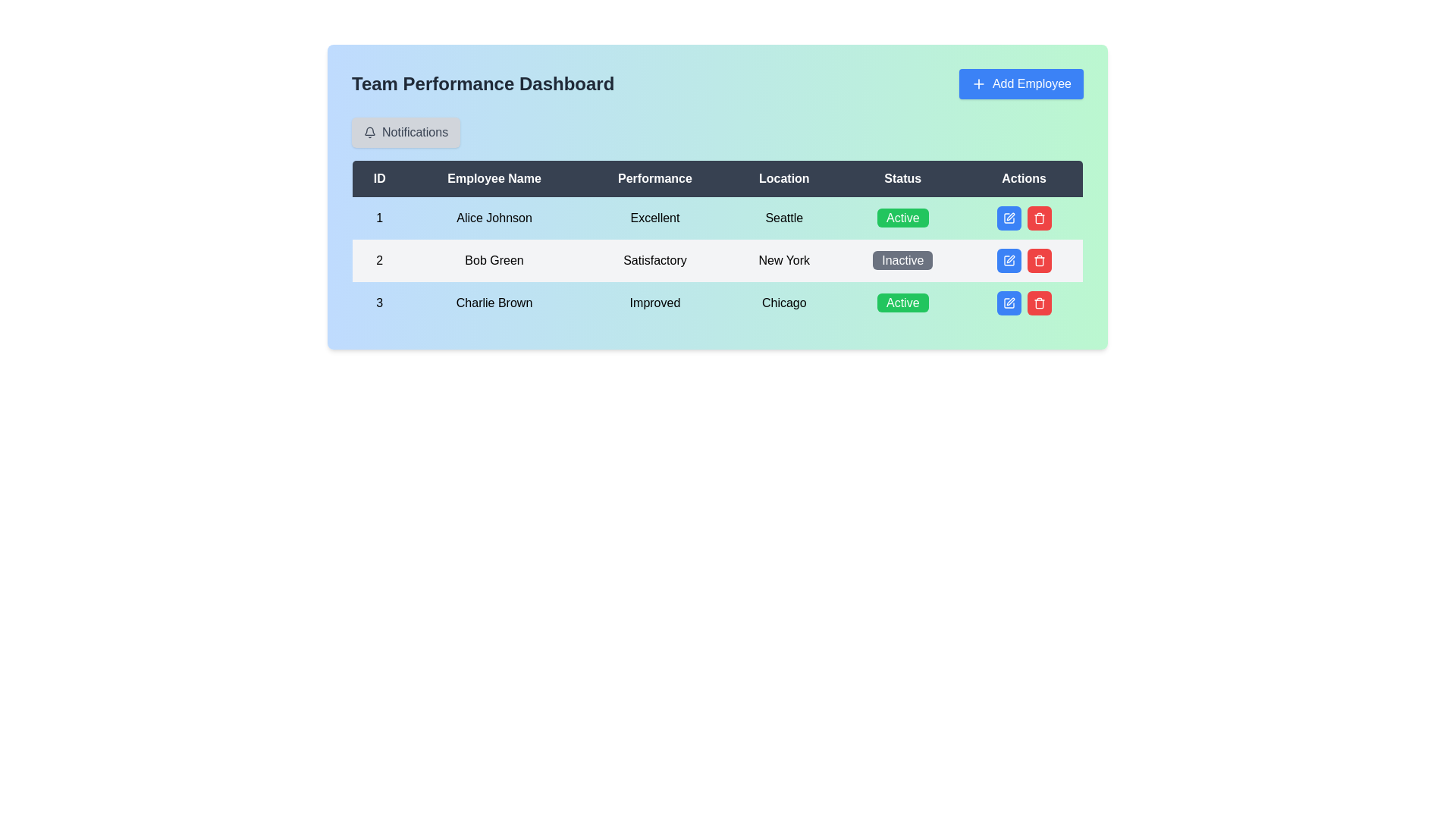 This screenshot has height=819, width=1456. What do you see at coordinates (1009, 259) in the screenshot?
I see `the small rectangular blue button with white text and a pen icon in the 'Actions' column of the second row (Bob Green)` at bounding box center [1009, 259].